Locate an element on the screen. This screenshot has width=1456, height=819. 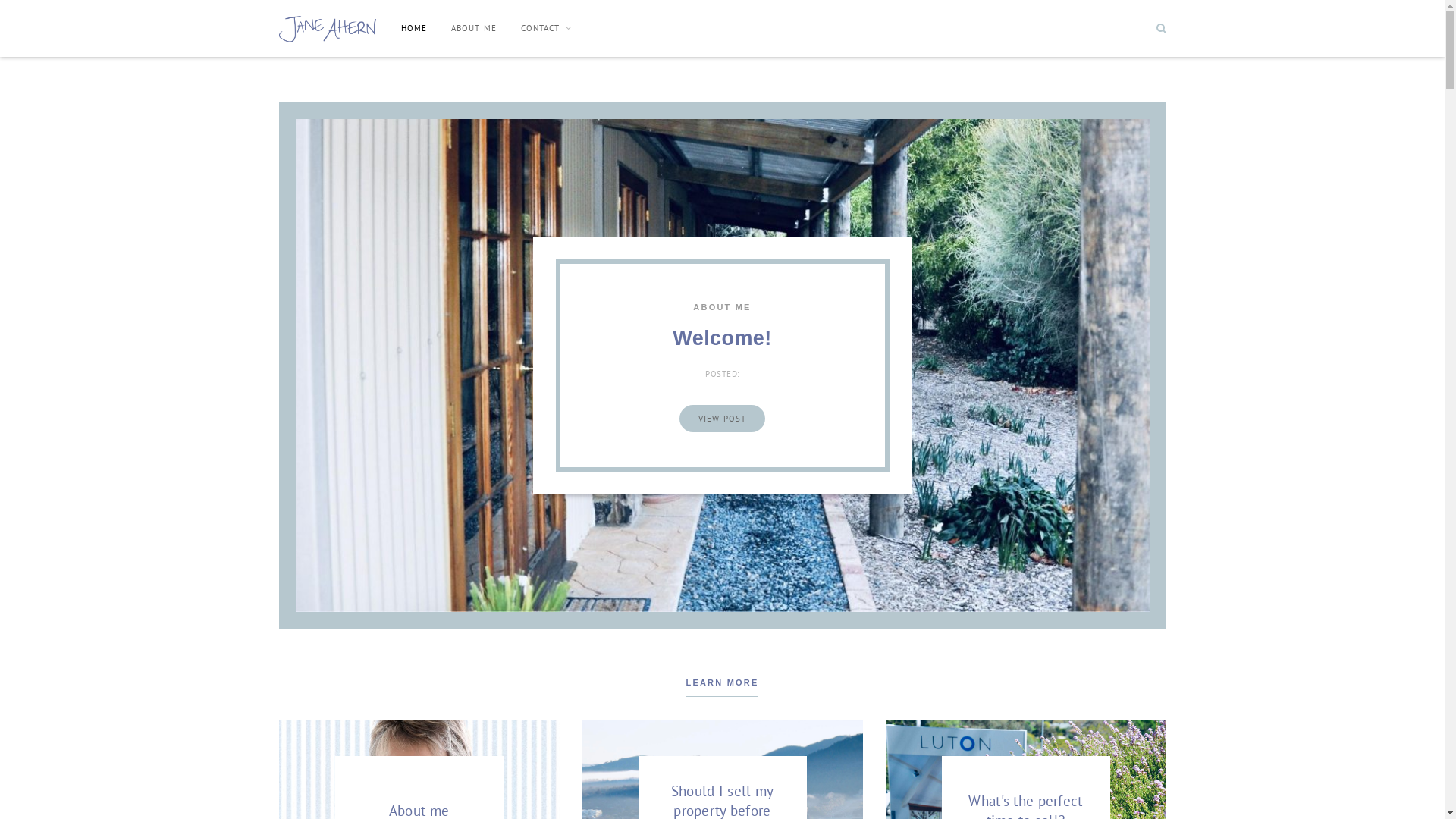
'Welcome!' is located at coordinates (720, 337).